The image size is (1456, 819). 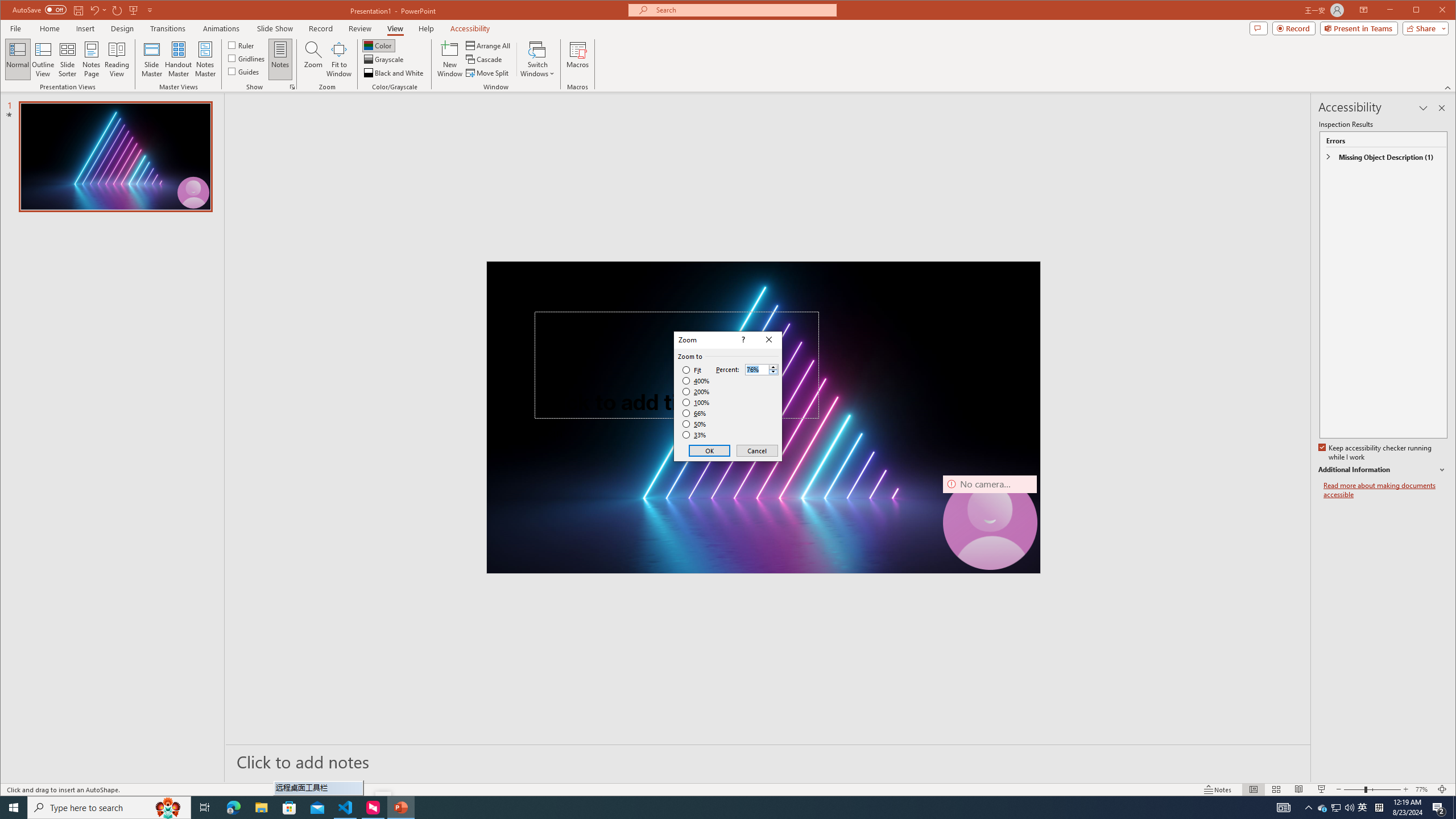 I want to click on 'Outline View', so click(x=42, y=59).